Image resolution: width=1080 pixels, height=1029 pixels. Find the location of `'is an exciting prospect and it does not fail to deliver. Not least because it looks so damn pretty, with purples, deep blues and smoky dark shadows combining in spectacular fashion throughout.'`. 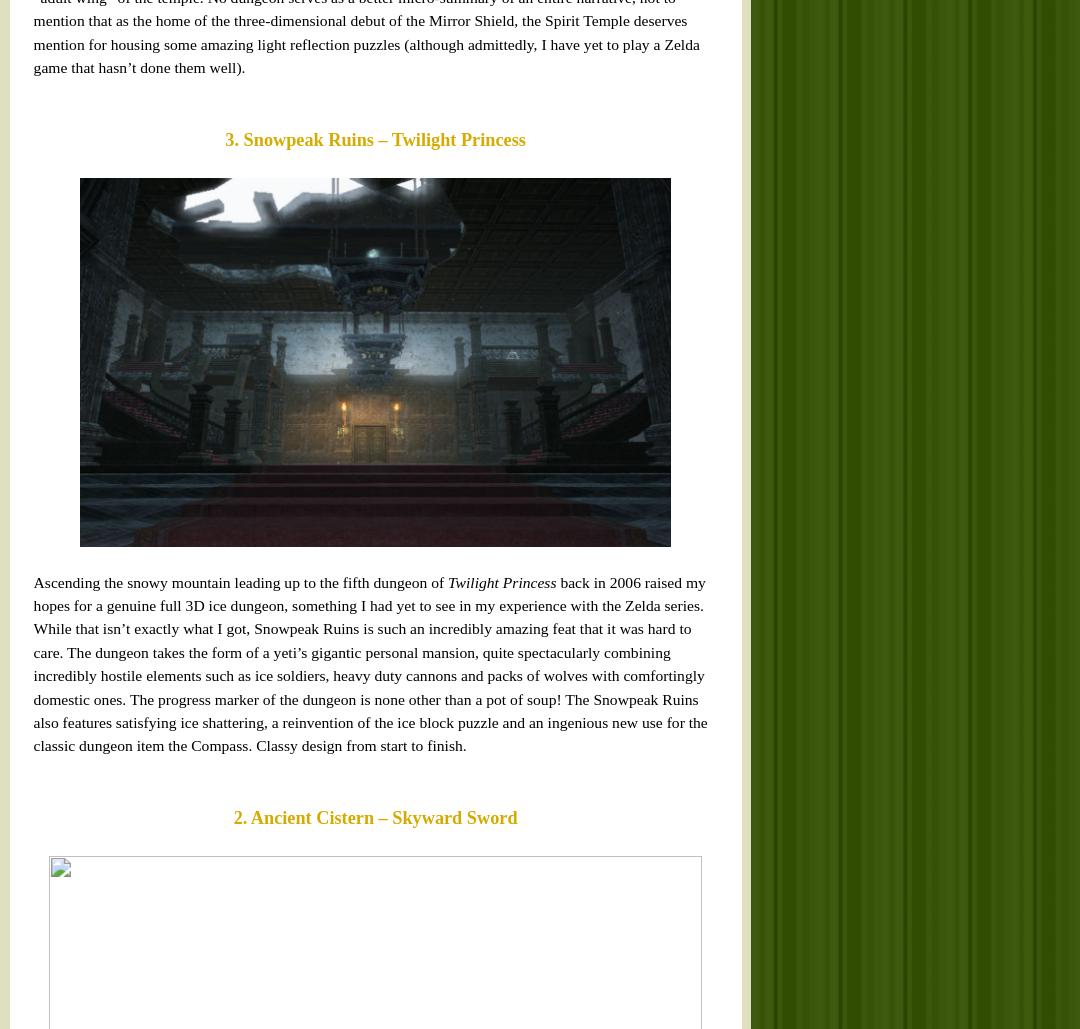

'is an exciting prospect and it does not fail to deliver. Not least because it looks so damn pretty, with purples, deep blues and smoky dark shadows combining in spectacular fashion throughout.' is located at coordinates (27, 757).